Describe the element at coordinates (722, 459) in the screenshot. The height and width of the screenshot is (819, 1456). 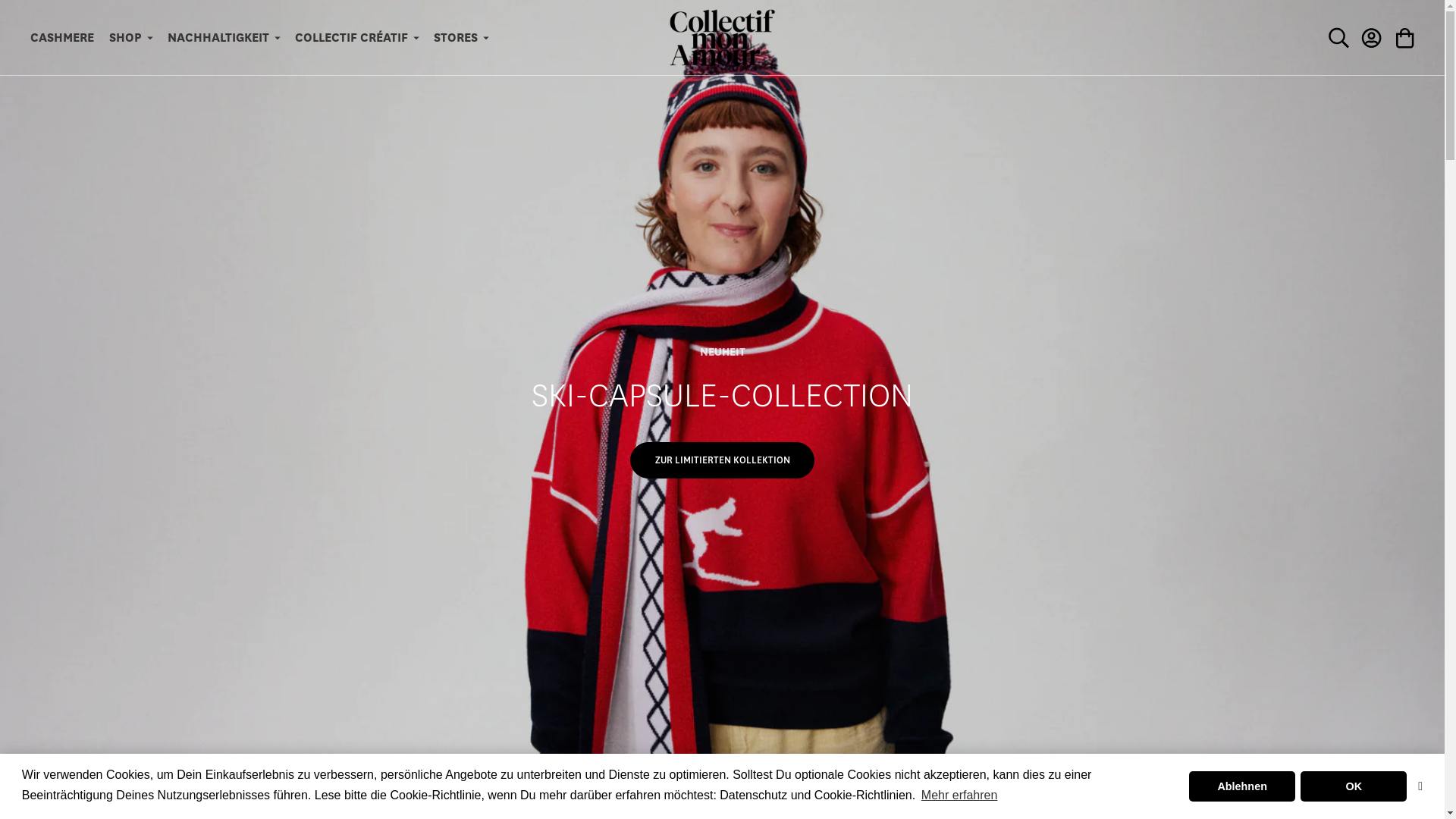
I see `'ZUR LIMITIERTEN KOLLEKTION'` at that location.